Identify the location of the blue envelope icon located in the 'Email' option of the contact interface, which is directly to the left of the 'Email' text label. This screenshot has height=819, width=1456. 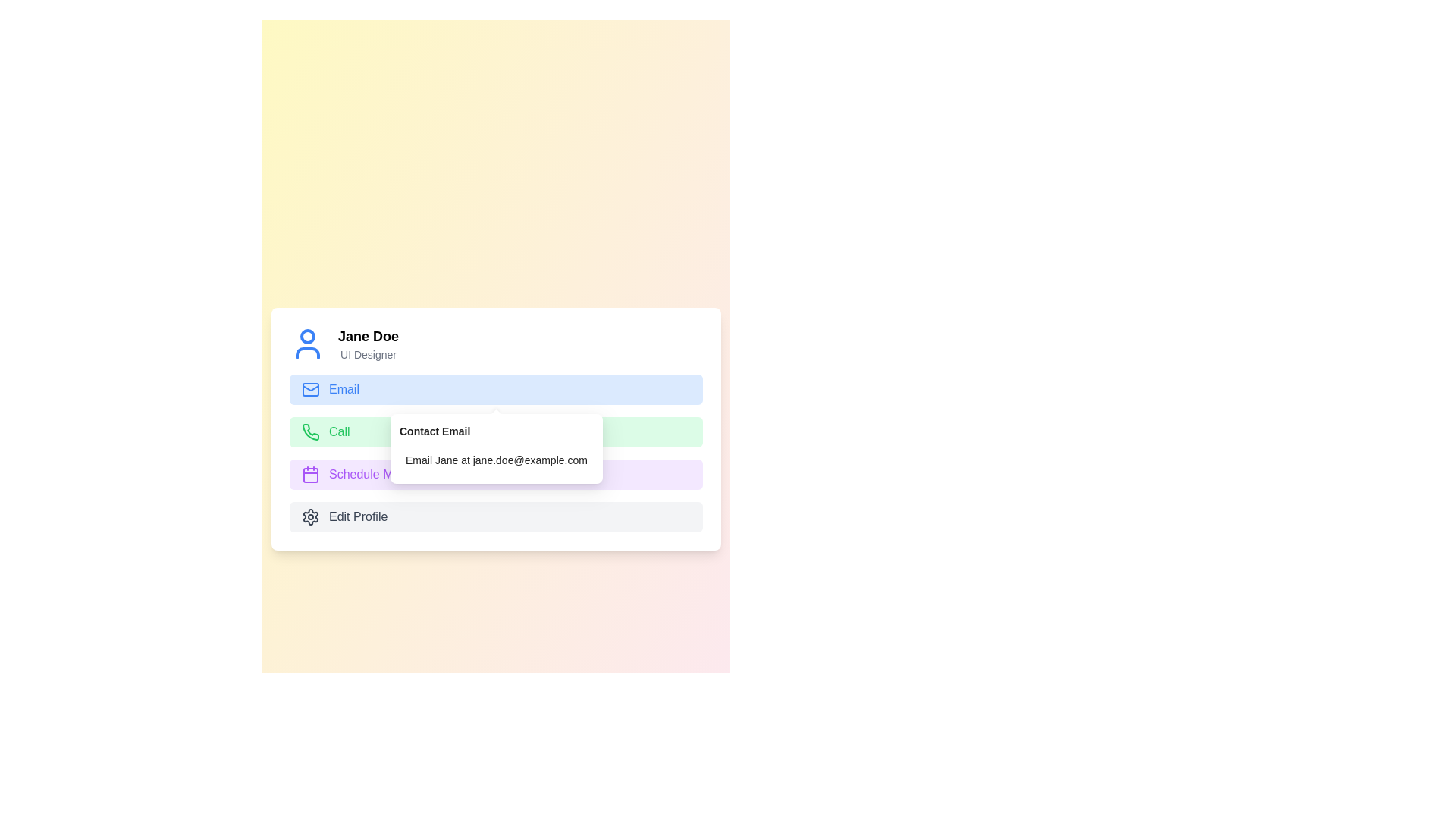
(309, 388).